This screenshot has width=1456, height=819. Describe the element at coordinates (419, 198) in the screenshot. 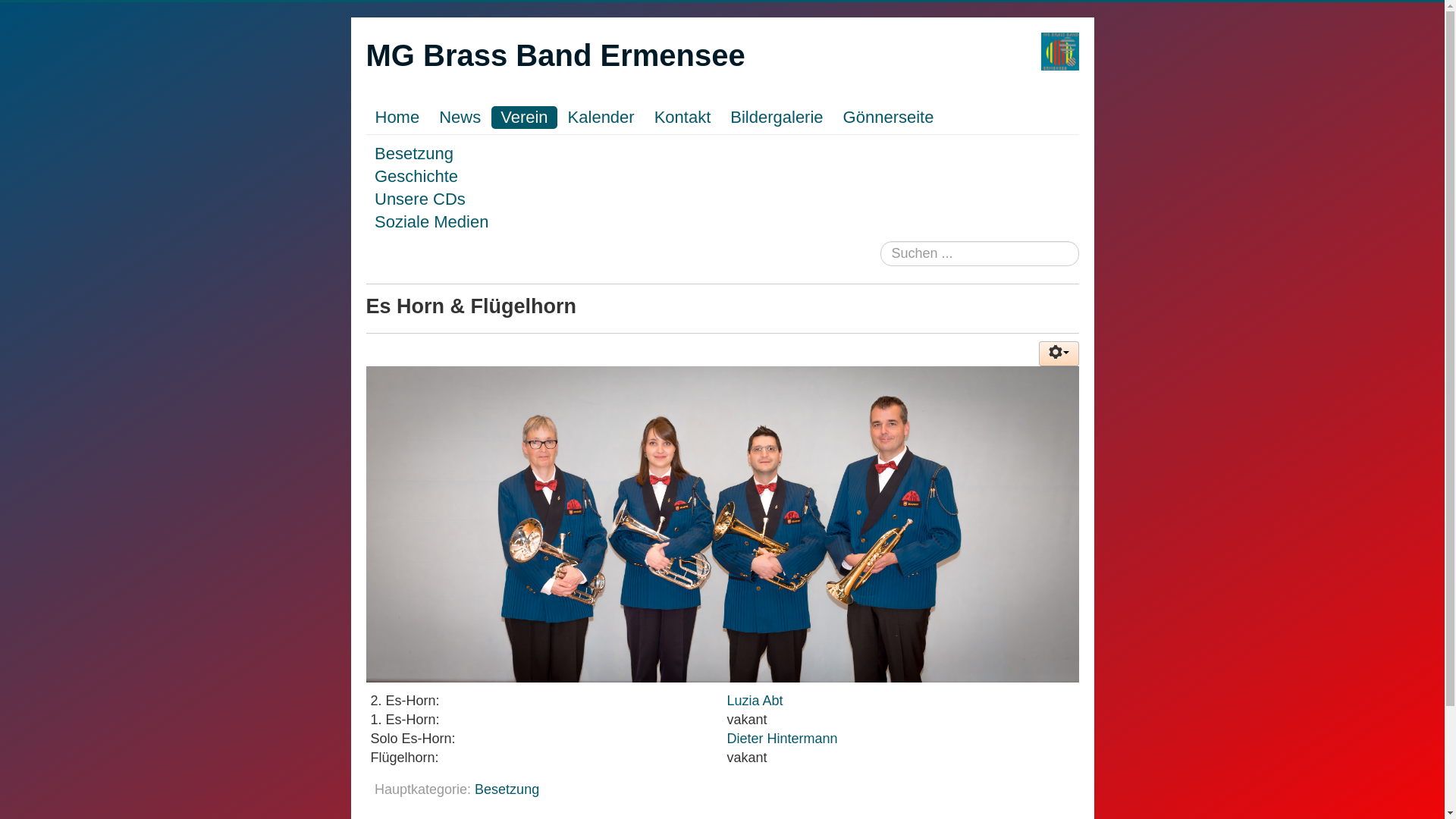

I see `'Unsere CDs'` at that location.